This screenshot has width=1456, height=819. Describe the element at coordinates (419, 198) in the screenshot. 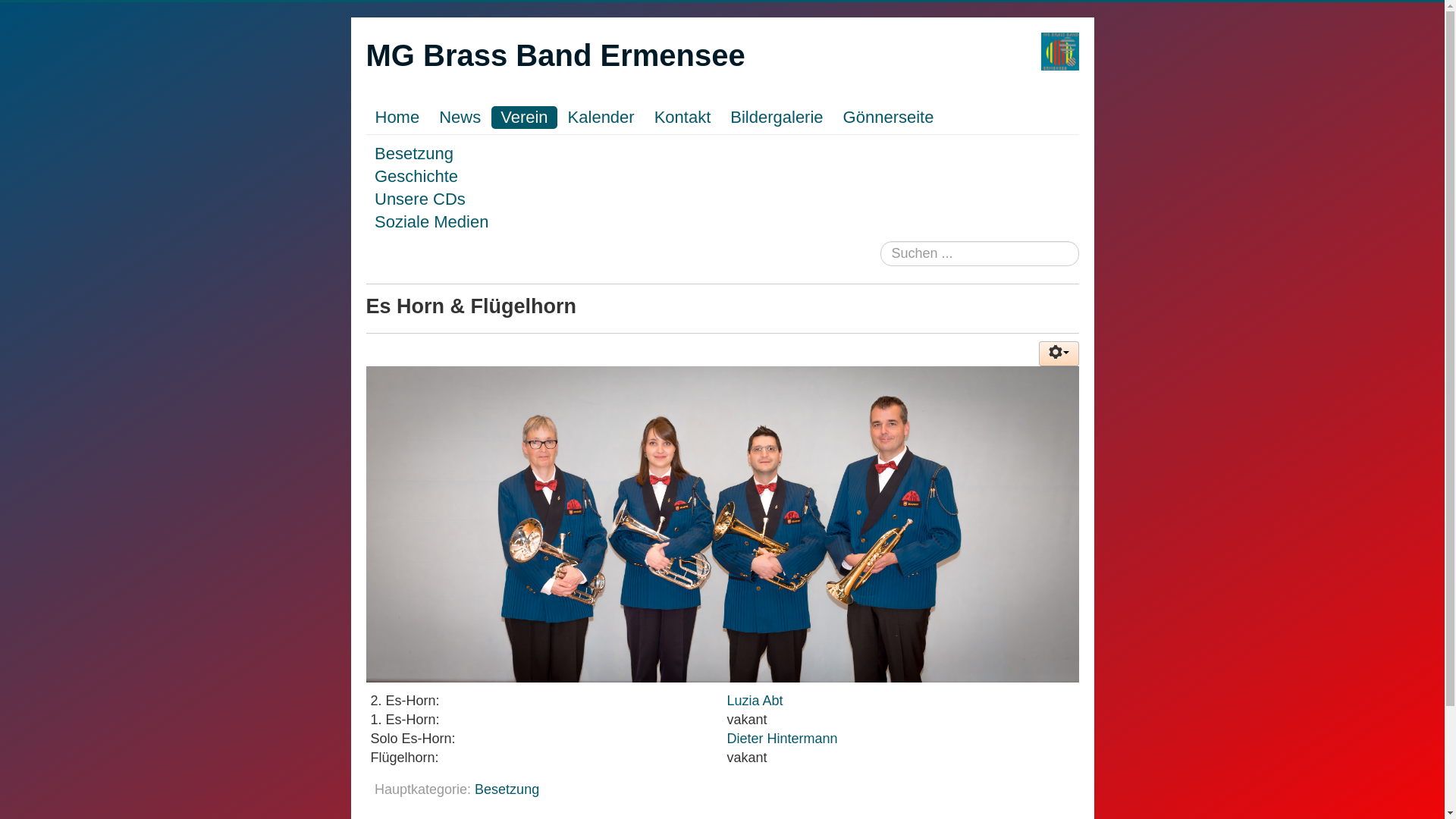

I see `'Unsere CDs'` at that location.